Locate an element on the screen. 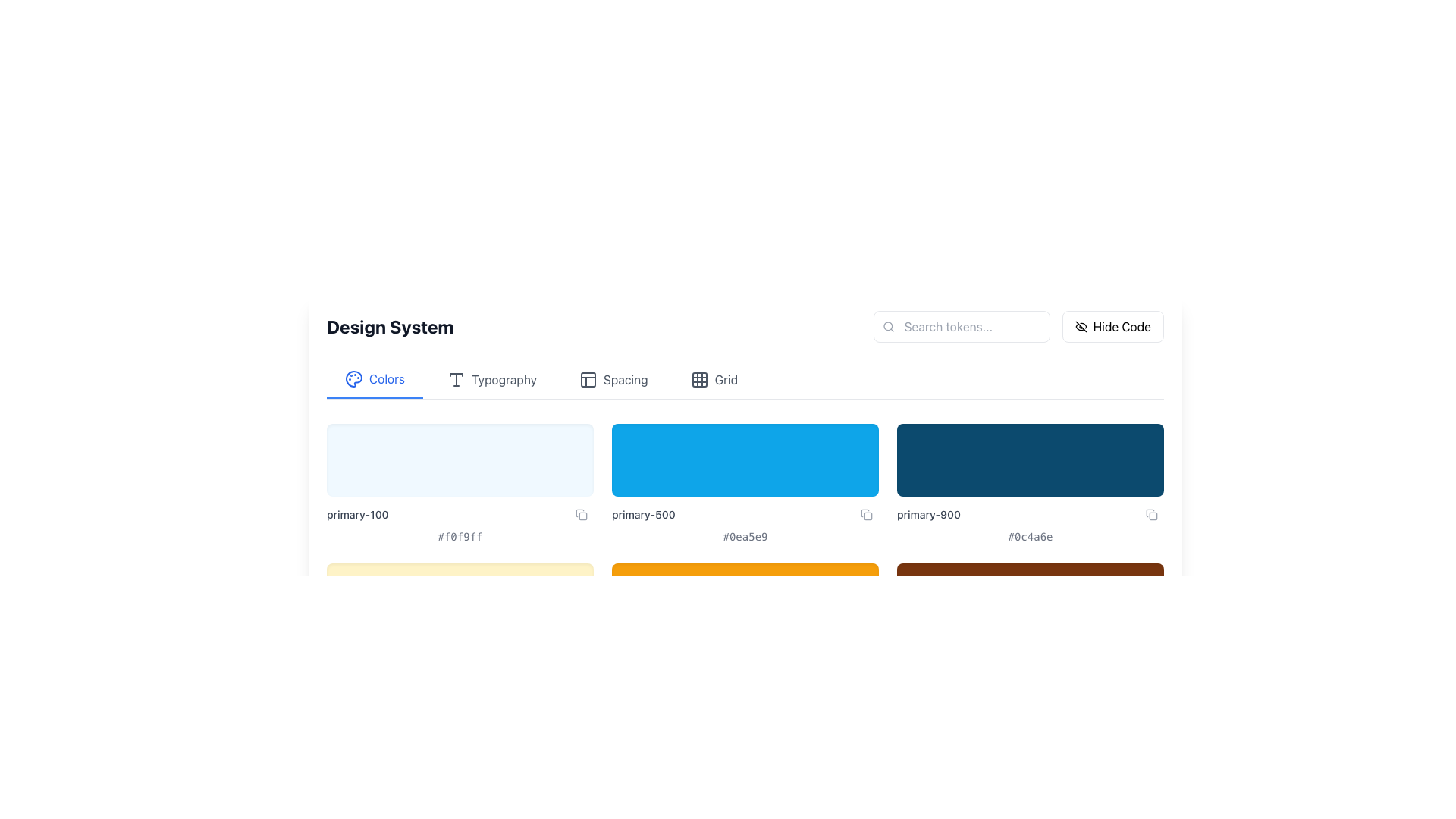  the navigation button labeled 'Spacing', which is the third button in a horizontal row of options including 'Colors', 'Typography', and 'Grid' is located at coordinates (613, 379).